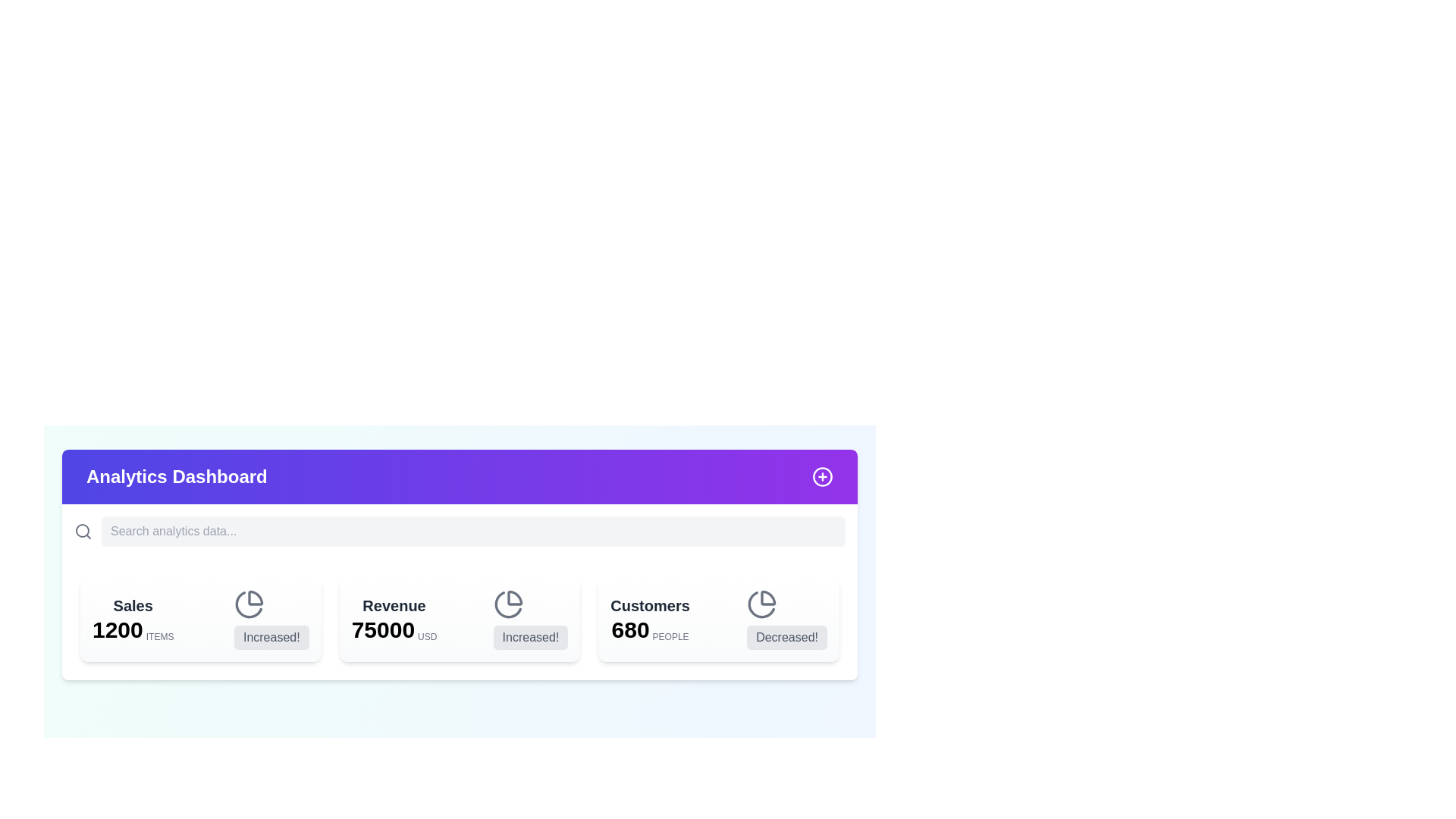 Image resolution: width=1456 pixels, height=819 pixels. Describe the element at coordinates (249, 604) in the screenshot. I see `the pie chart icon located in the top left corner of the 'Sales' card, adjacent to the '1200 ITEMS' text and the 'Increased!' label` at that location.